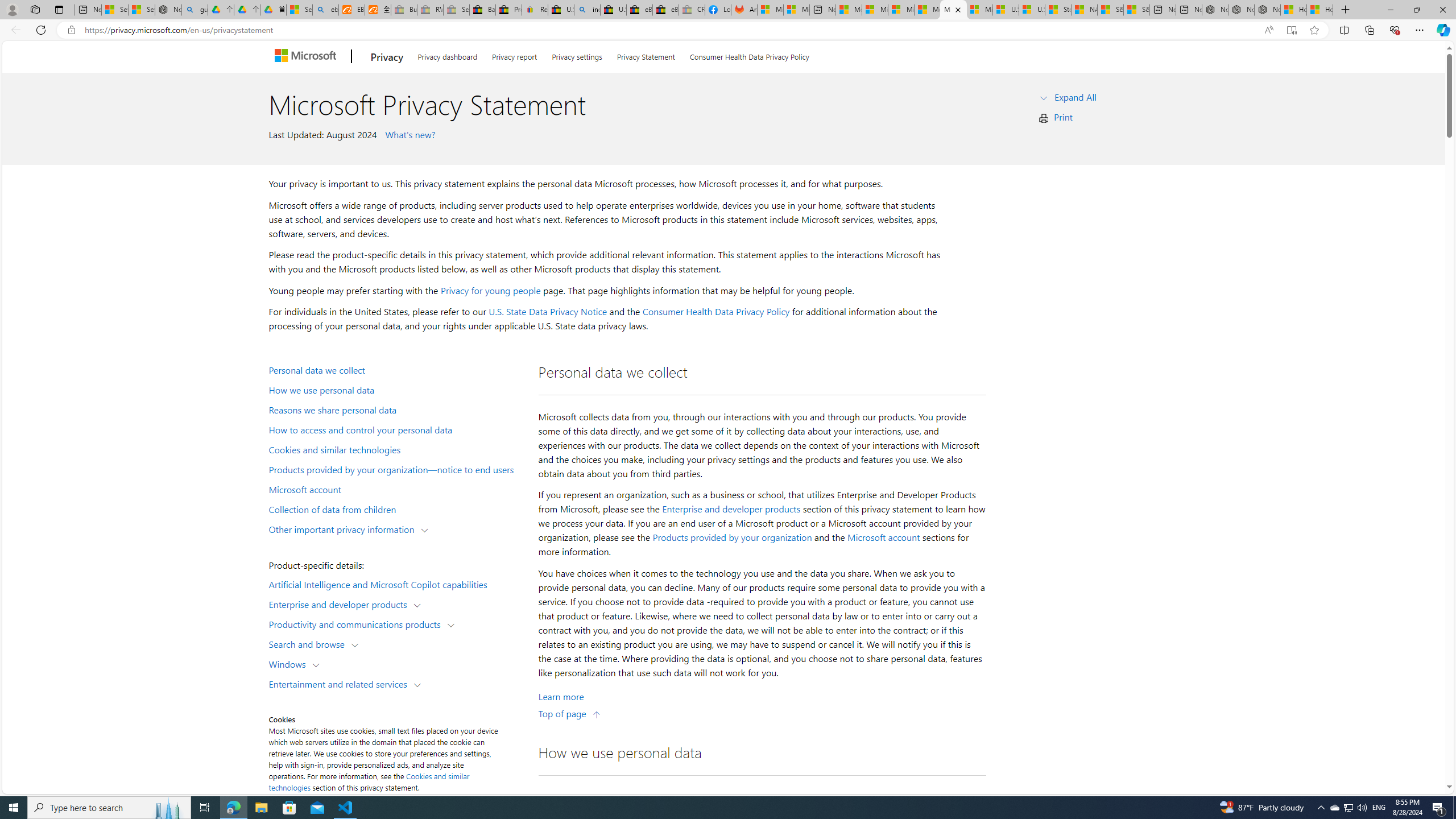 Image resolution: width=1456 pixels, height=819 pixels. I want to click on 'Microsoft account | Home', so click(900, 9).